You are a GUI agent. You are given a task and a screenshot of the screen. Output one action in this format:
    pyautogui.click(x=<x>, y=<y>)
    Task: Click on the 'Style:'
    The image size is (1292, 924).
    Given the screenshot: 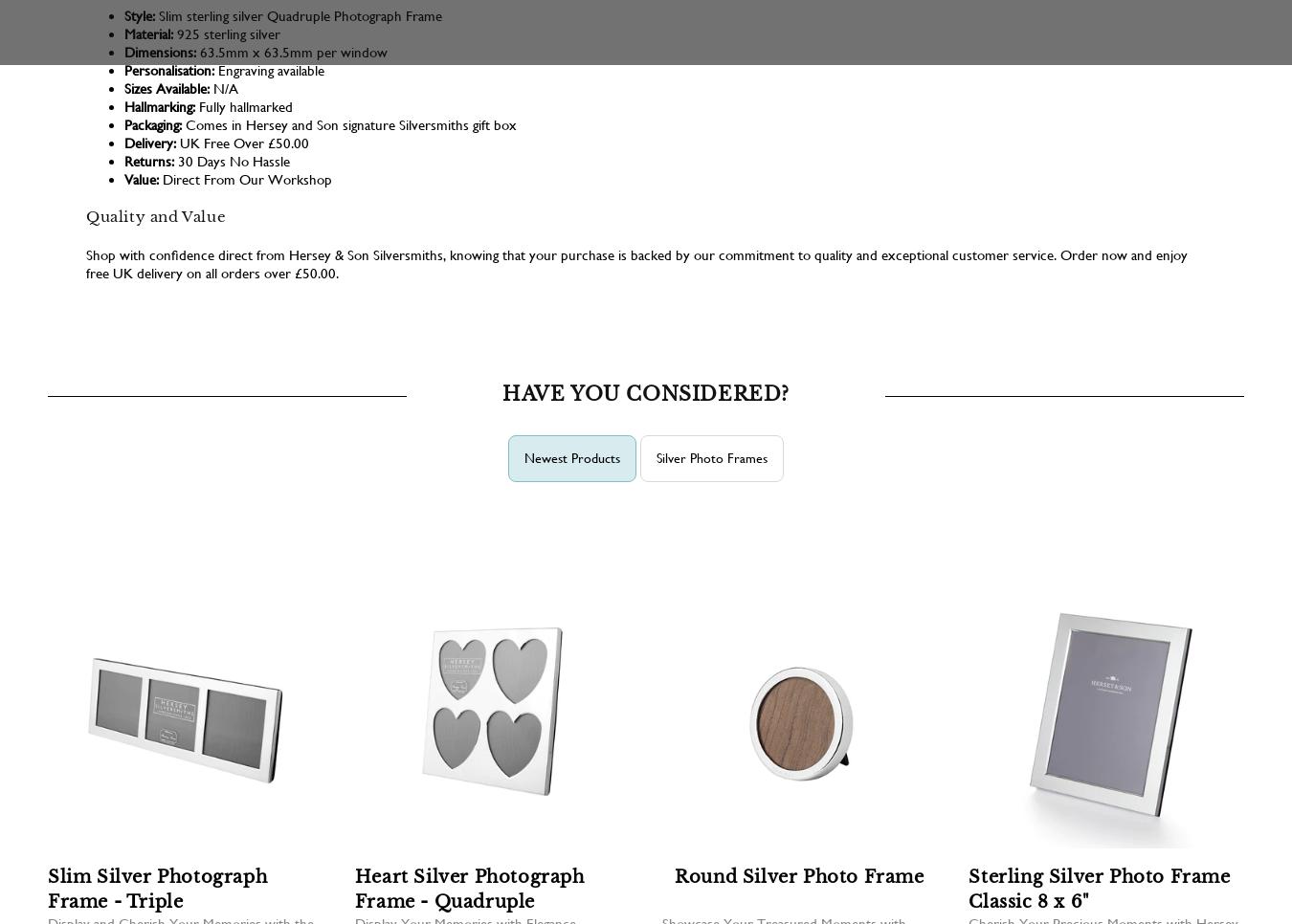 What is the action you would take?
    pyautogui.click(x=124, y=14)
    